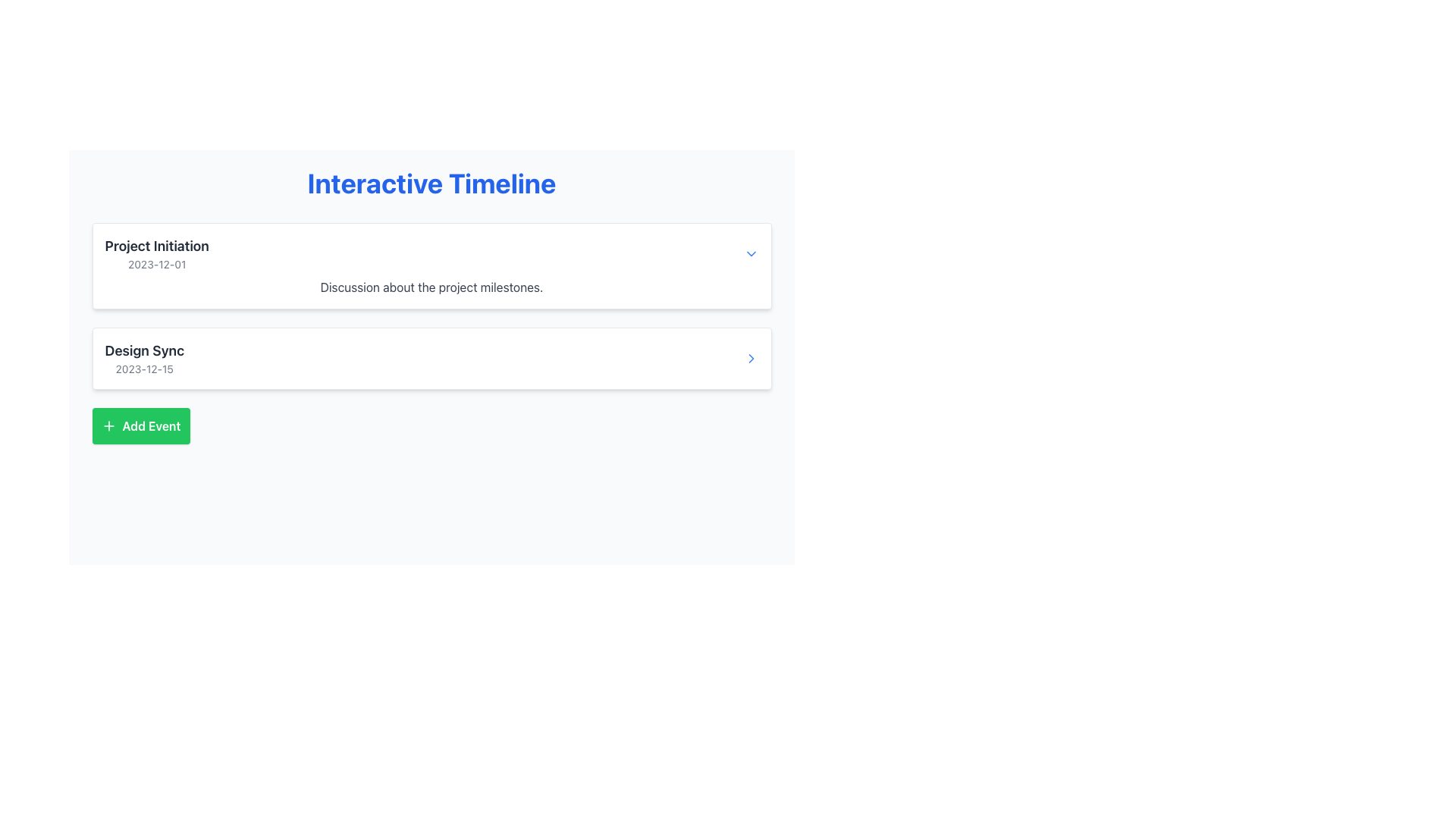 Image resolution: width=1456 pixels, height=819 pixels. What do you see at coordinates (751, 253) in the screenshot?
I see `the button located at the far right of the 'Project Initiation 2023-12-01' timeline entry` at bounding box center [751, 253].